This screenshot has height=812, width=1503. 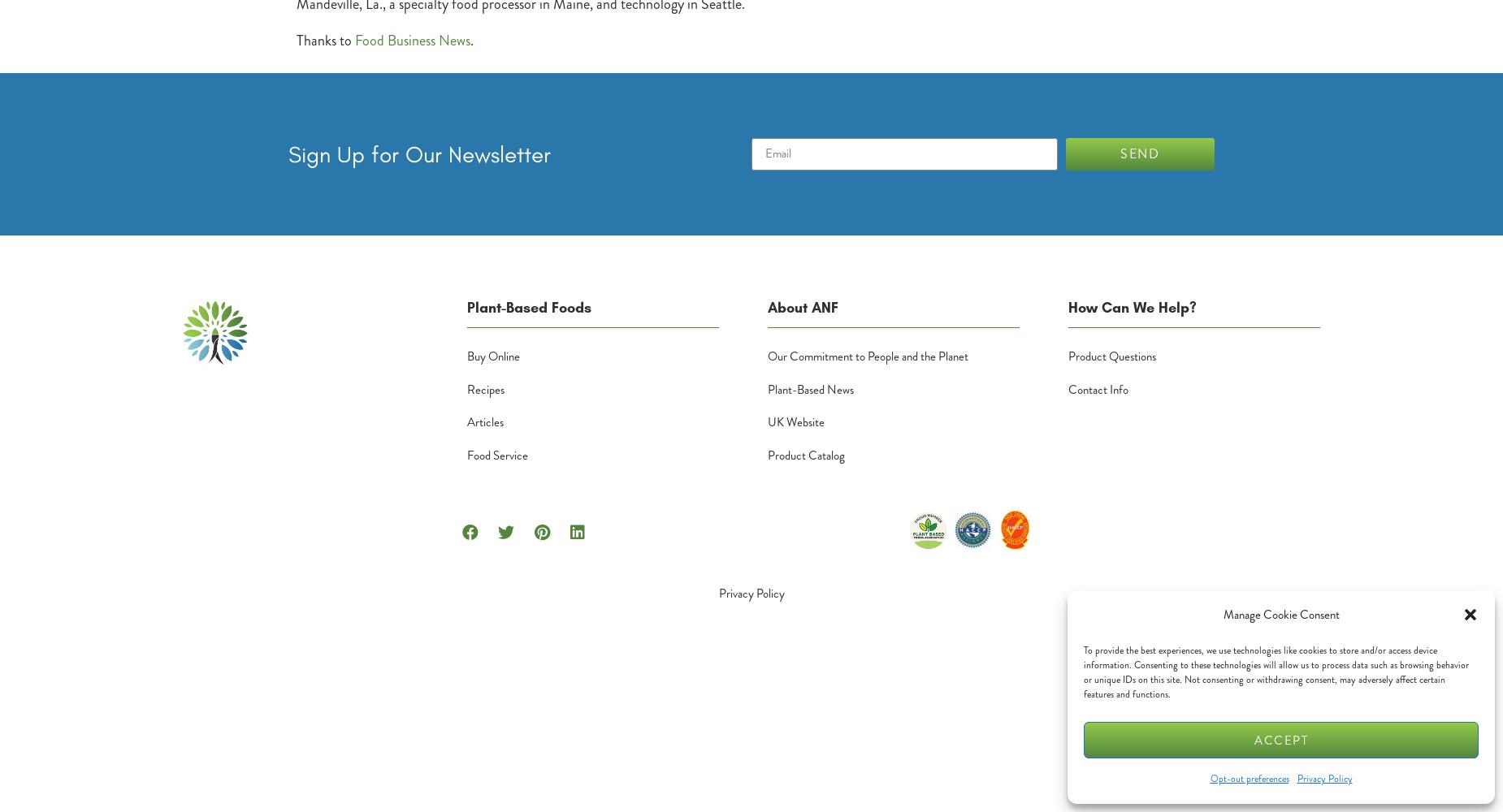 What do you see at coordinates (493, 356) in the screenshot?
I see `'Buy Online'` at bounding box center [493, 356].